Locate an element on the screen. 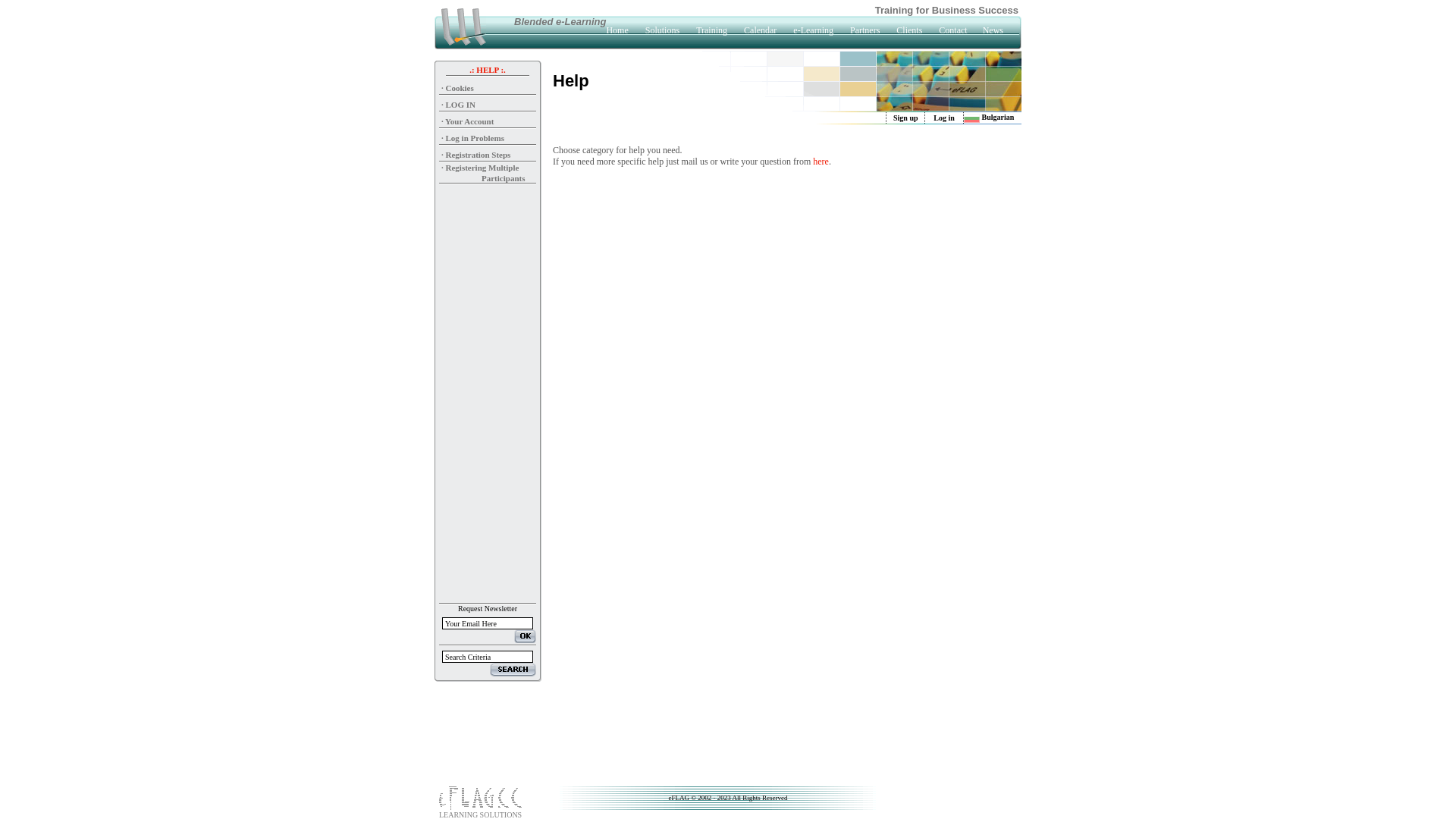  'Home' is located at coordinates (617, 30).